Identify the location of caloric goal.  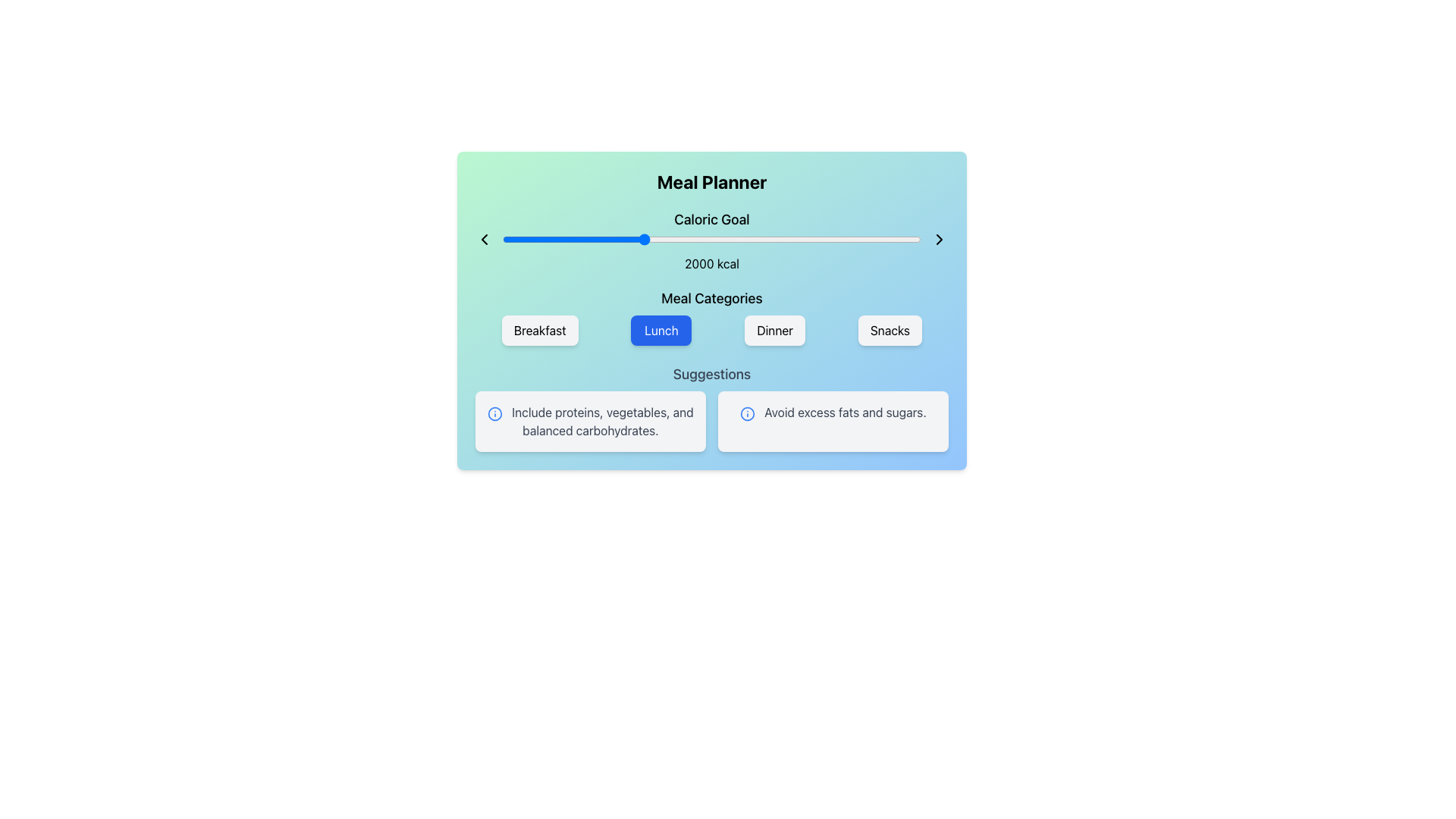
(758, 239).